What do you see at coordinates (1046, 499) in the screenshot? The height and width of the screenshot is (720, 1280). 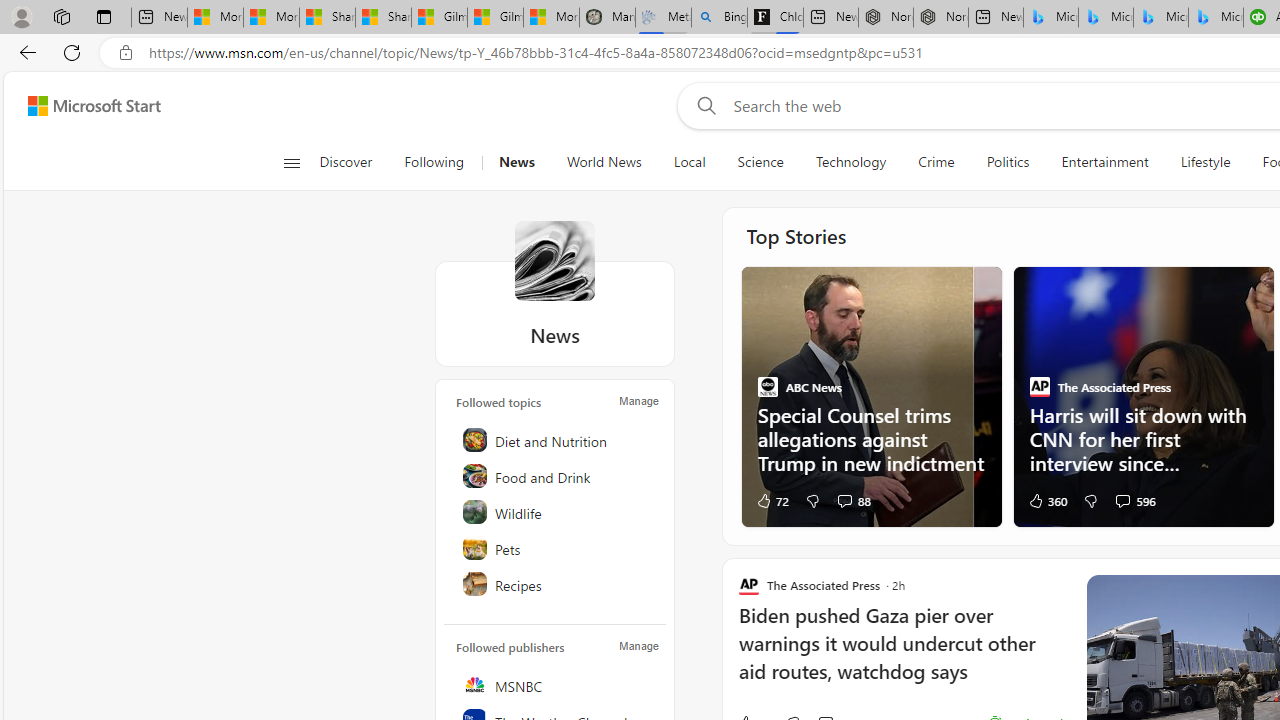 I see `'360 Like'` at bounding box center [1046, 499].